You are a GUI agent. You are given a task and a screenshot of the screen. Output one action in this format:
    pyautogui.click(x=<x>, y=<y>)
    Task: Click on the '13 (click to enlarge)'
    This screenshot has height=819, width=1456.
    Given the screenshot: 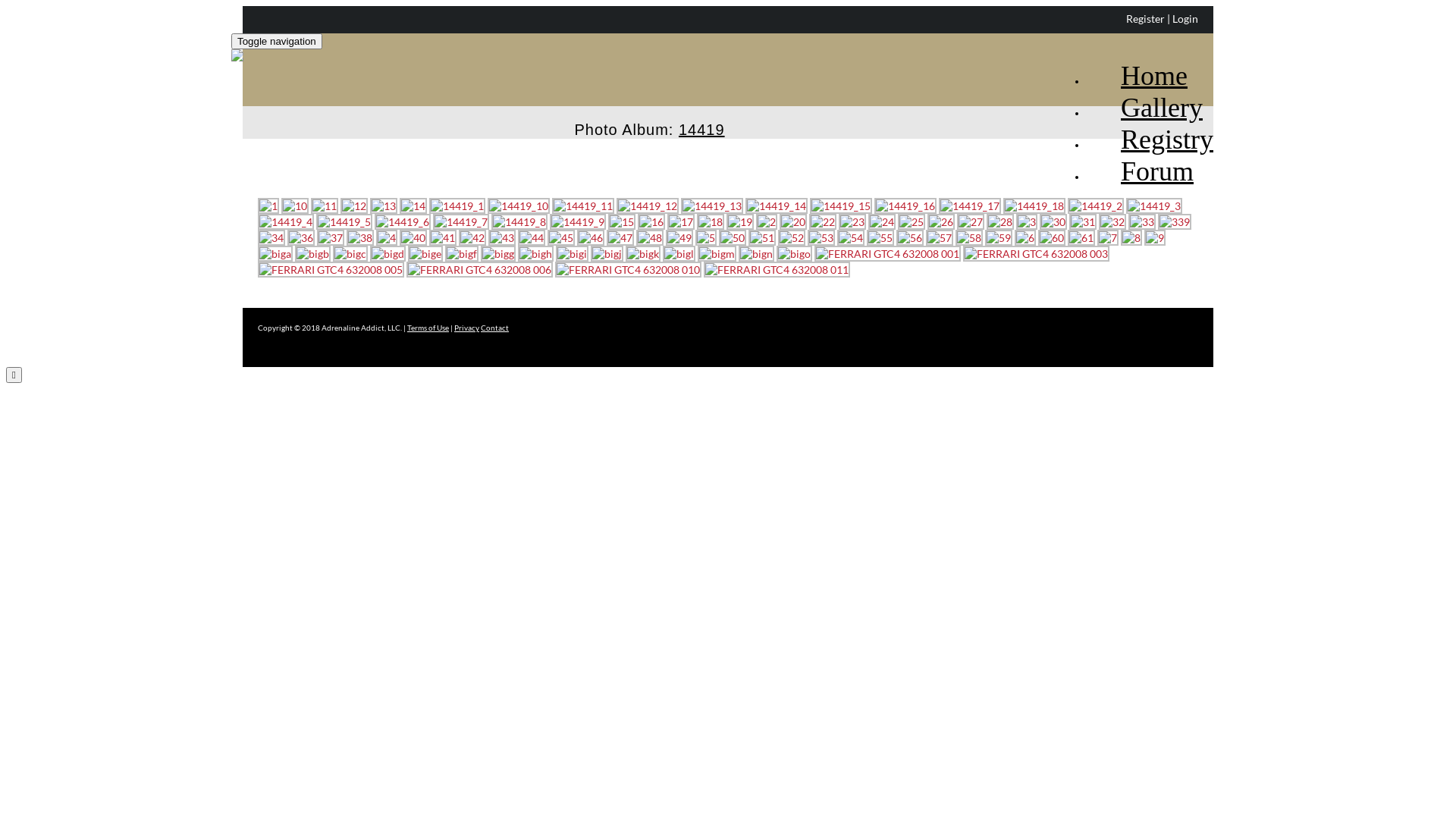 What is the action you would take?
    pyautogui.click(x=383, y=206)
    